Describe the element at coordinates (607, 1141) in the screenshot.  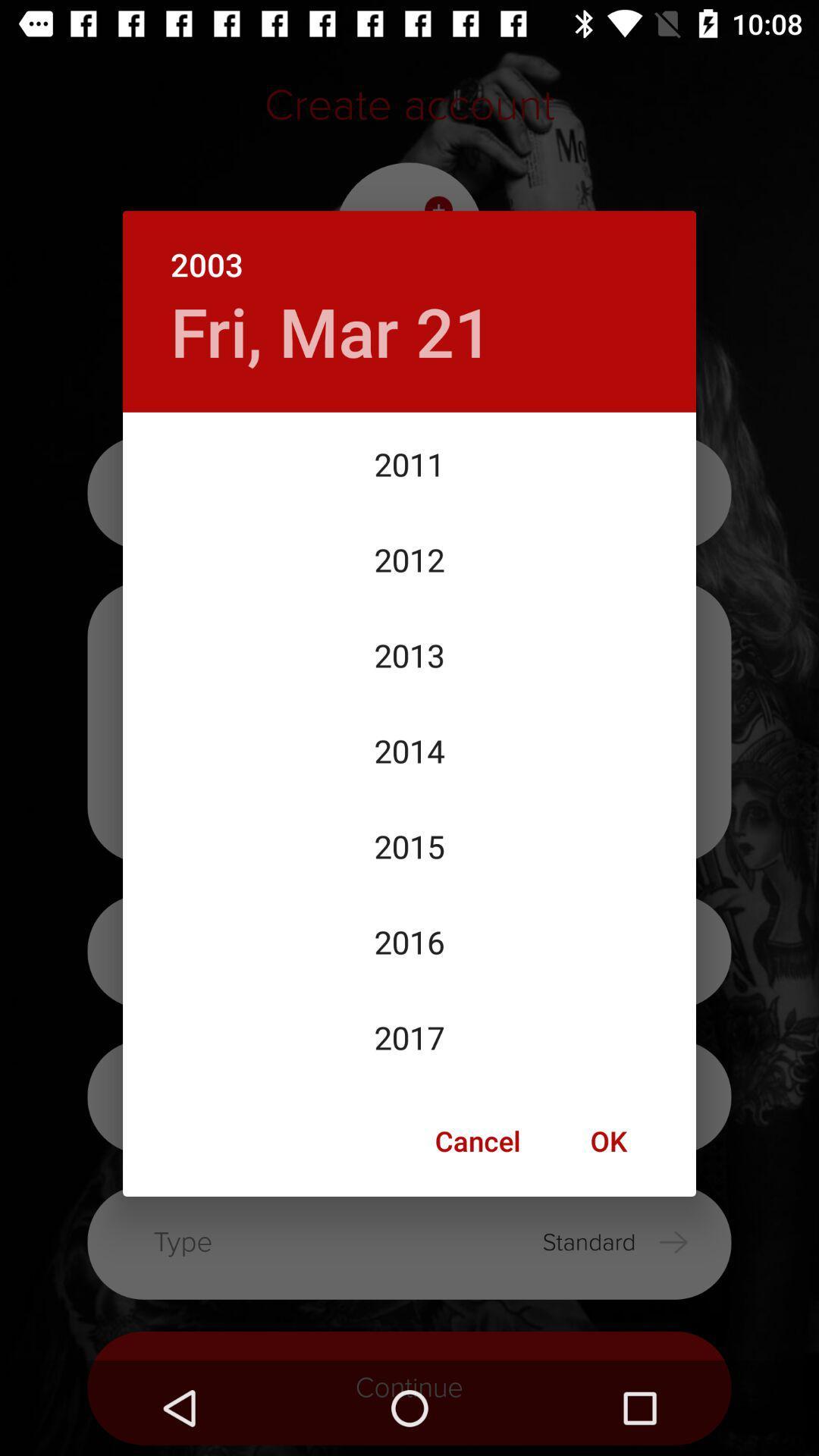
I see `ok item` at that location.